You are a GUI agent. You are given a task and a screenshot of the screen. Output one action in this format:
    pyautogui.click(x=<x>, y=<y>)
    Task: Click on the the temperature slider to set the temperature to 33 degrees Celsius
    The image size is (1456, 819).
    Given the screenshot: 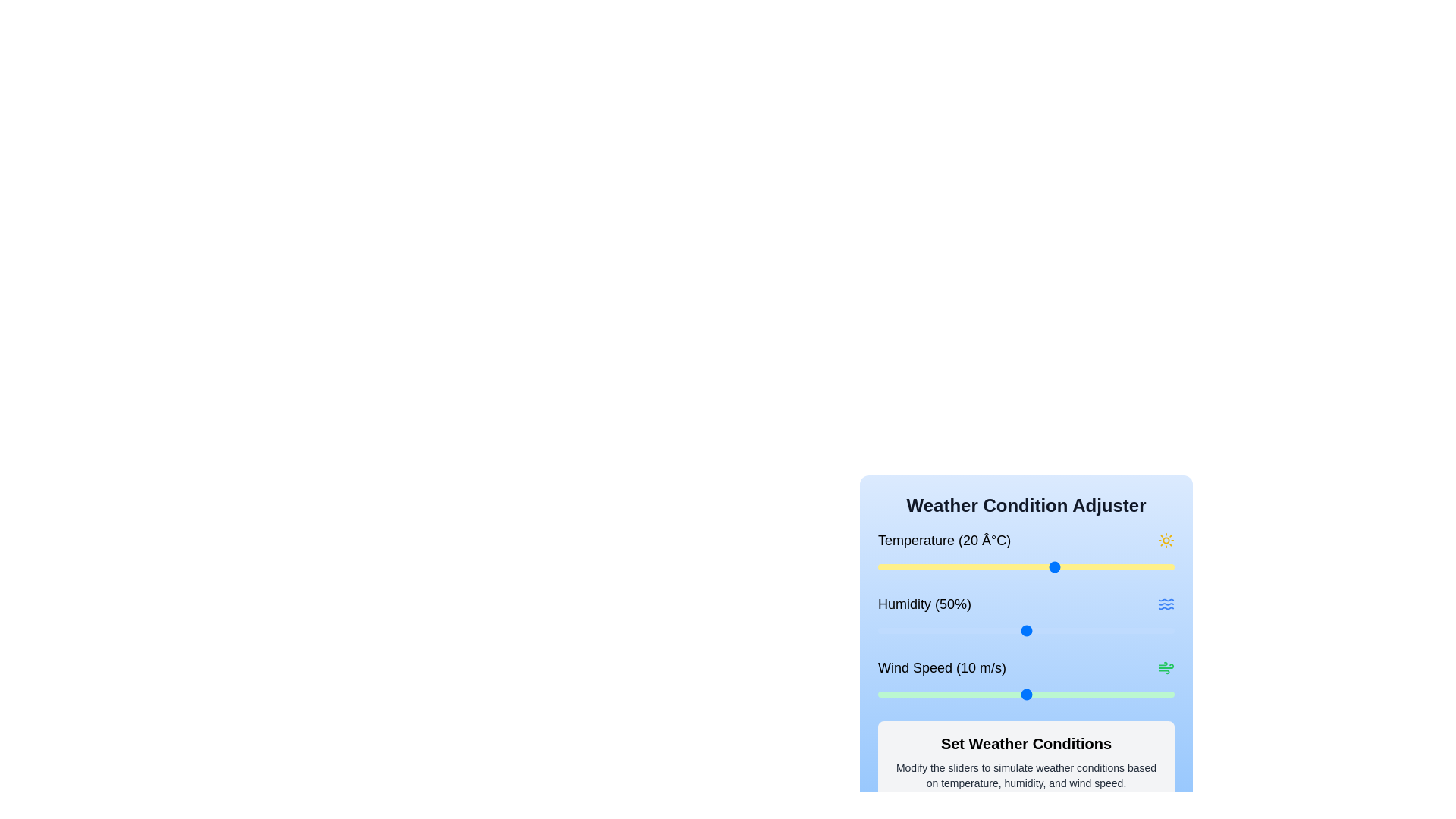 What is the action you would take?
    pyautogui.click(x=1133, y=567)
    